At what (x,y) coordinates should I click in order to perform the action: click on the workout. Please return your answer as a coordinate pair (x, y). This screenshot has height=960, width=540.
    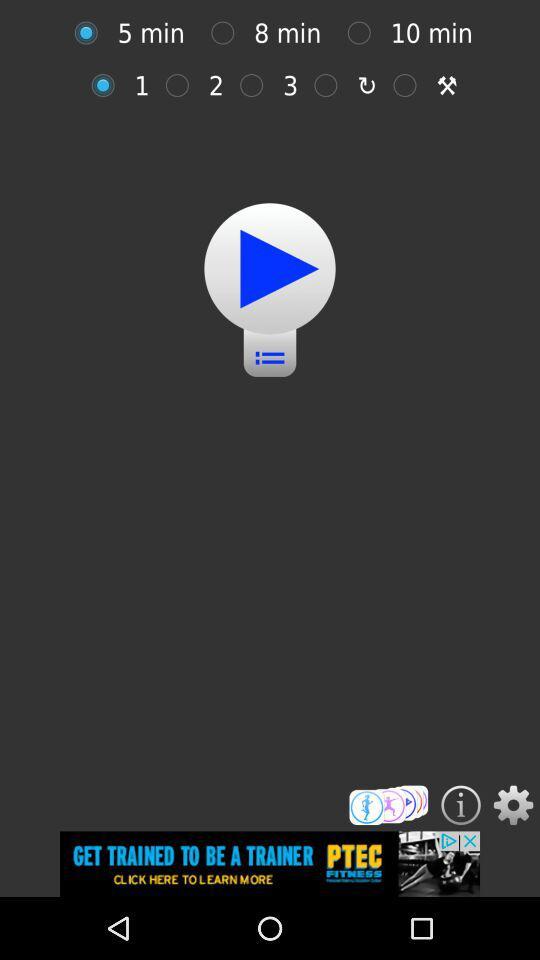
    Looking at the image, I should click on (270, 267).